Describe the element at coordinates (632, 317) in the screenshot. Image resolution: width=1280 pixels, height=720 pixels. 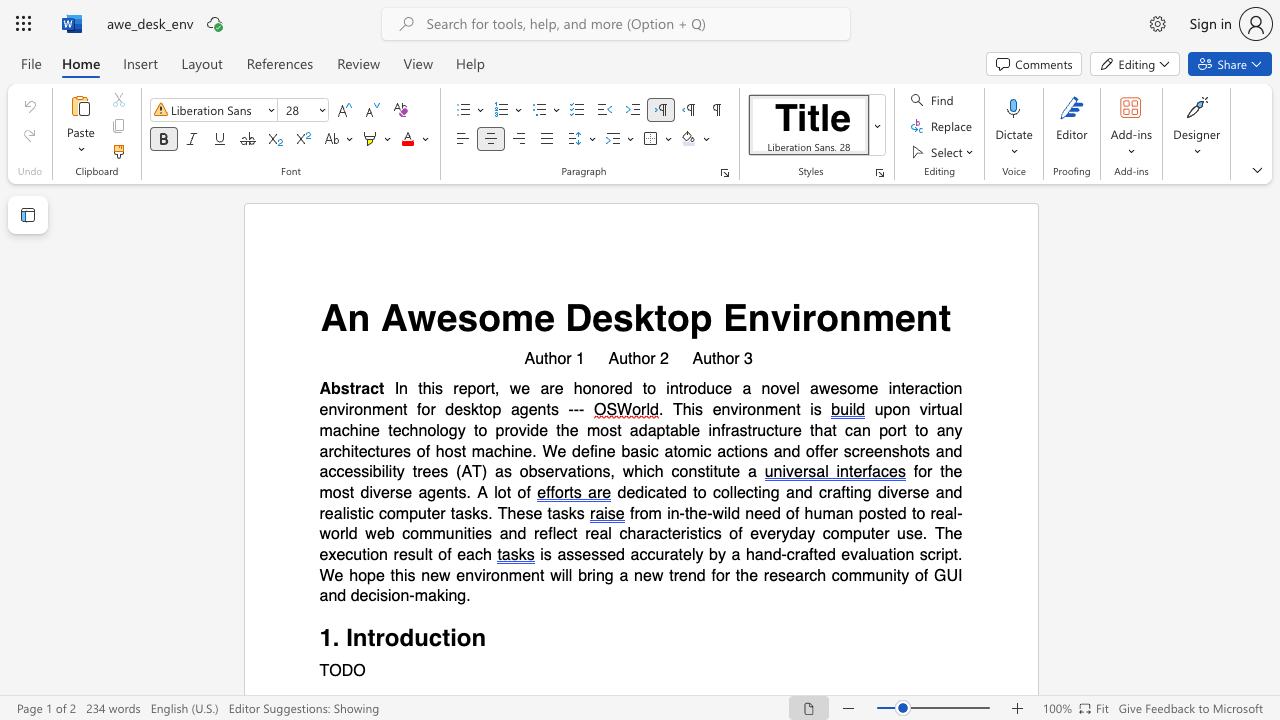
I see `the subset text "ktop Environment" within the text "An Awesome Desktop Environment"` at that location.